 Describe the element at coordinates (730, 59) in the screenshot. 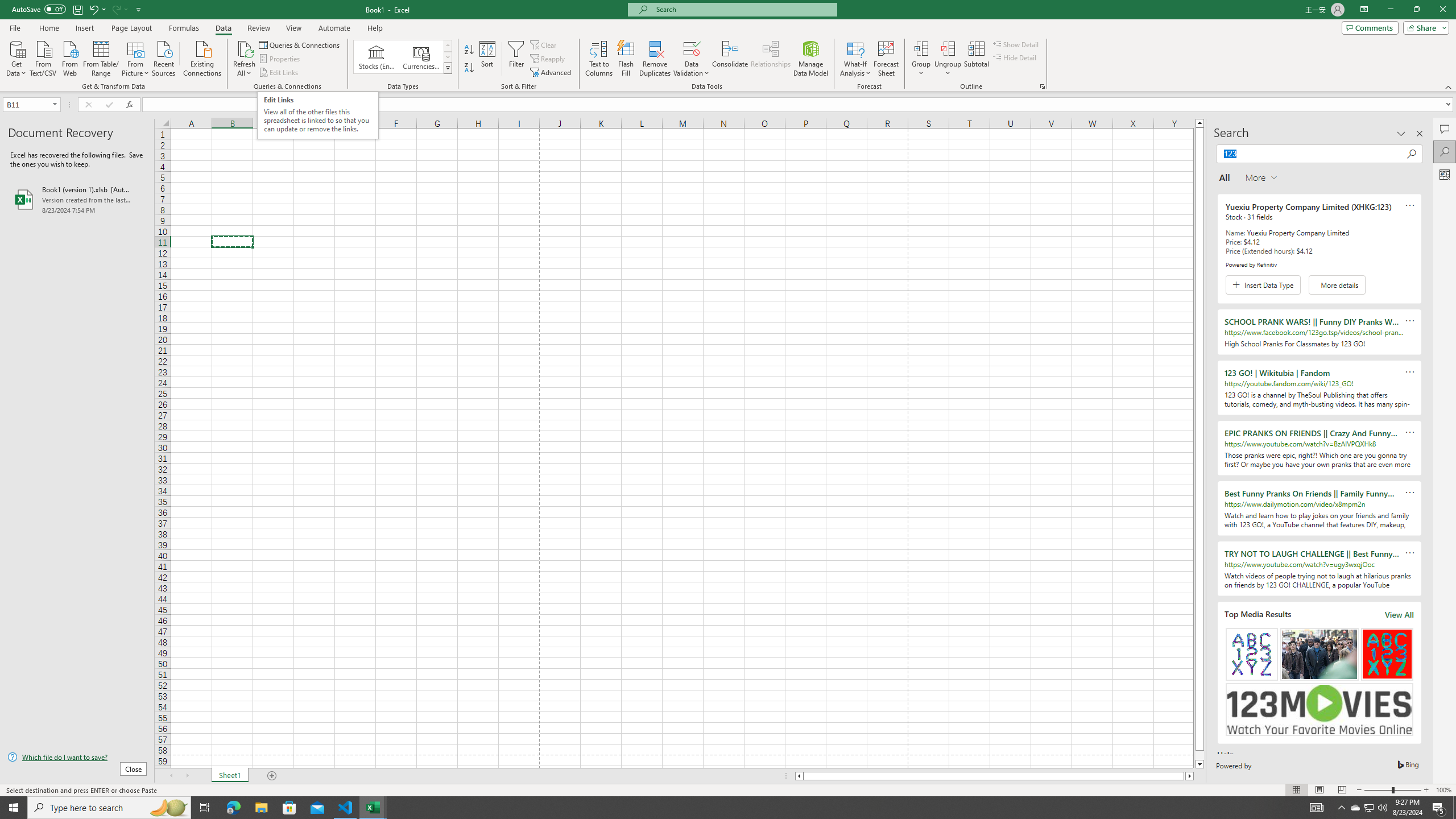

I see `'Consolidate...'` at that location.